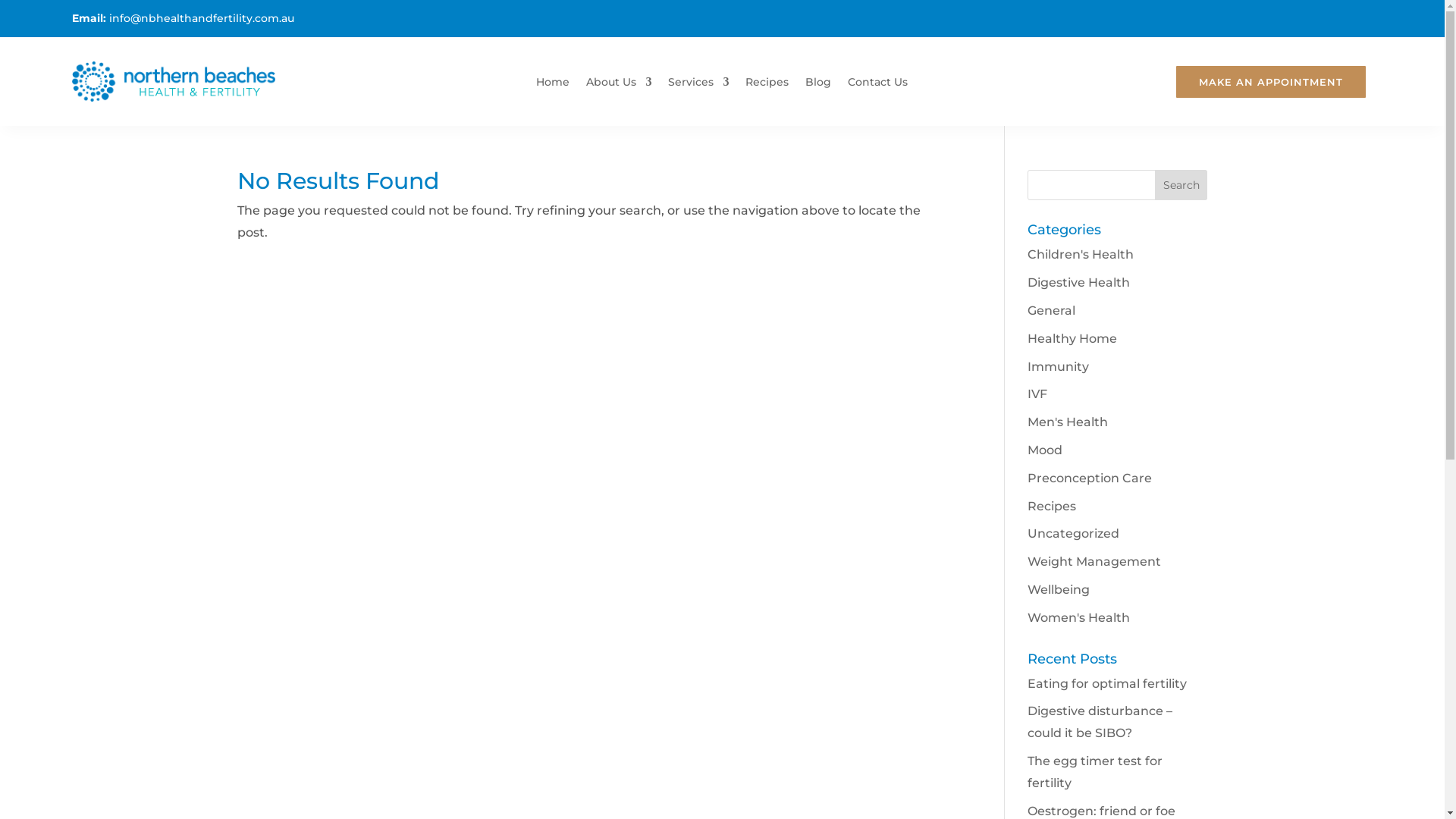 This screenshot has height=819, width=1456. I want to click on 'Recipes', so click(767, 84).